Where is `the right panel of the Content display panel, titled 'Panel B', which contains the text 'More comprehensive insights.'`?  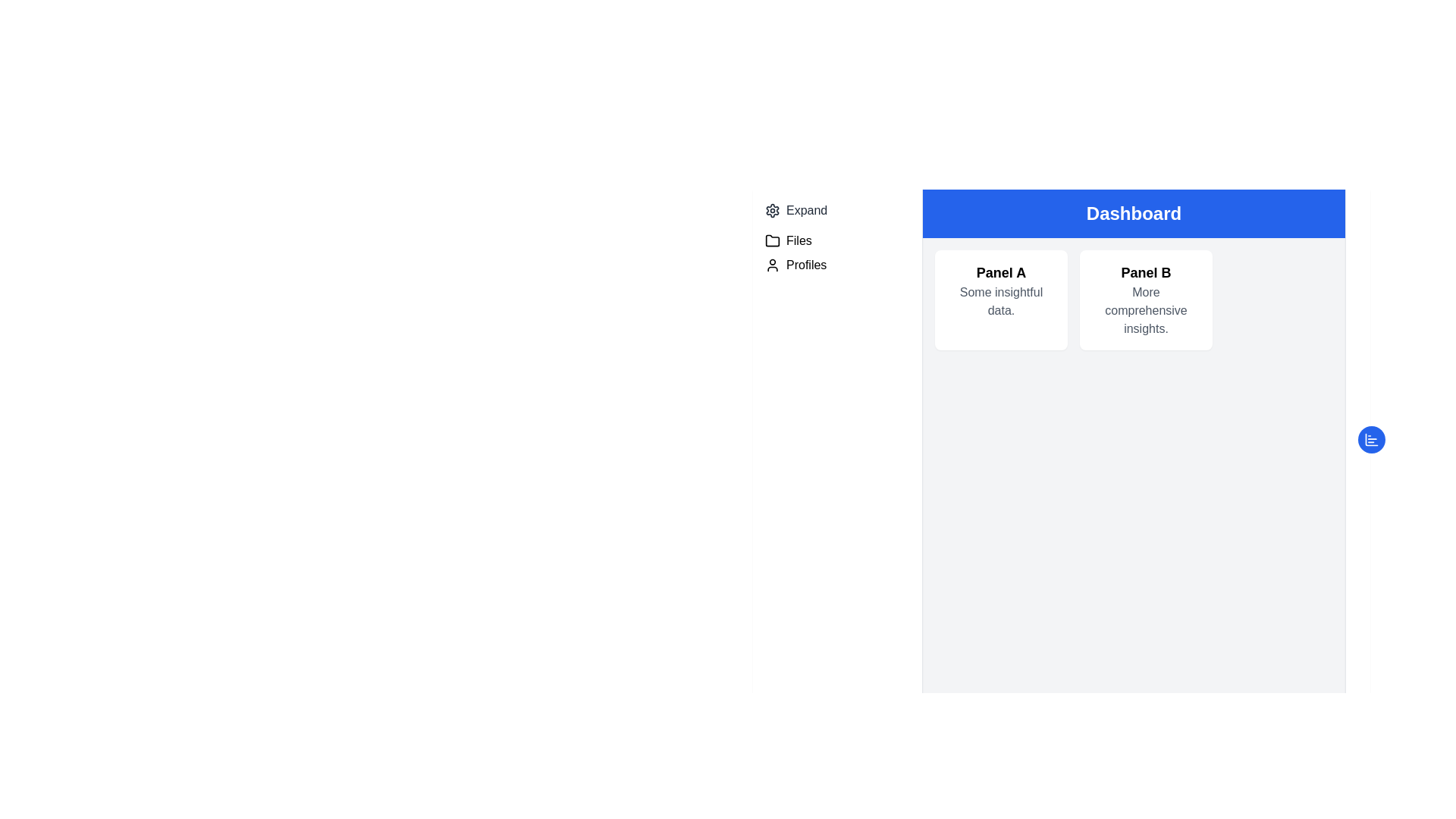 the right panel of the Content display panel, titled 'Panel B', which contains the text 'More comprehensive insights.' is located at coordinates (1134, 300).